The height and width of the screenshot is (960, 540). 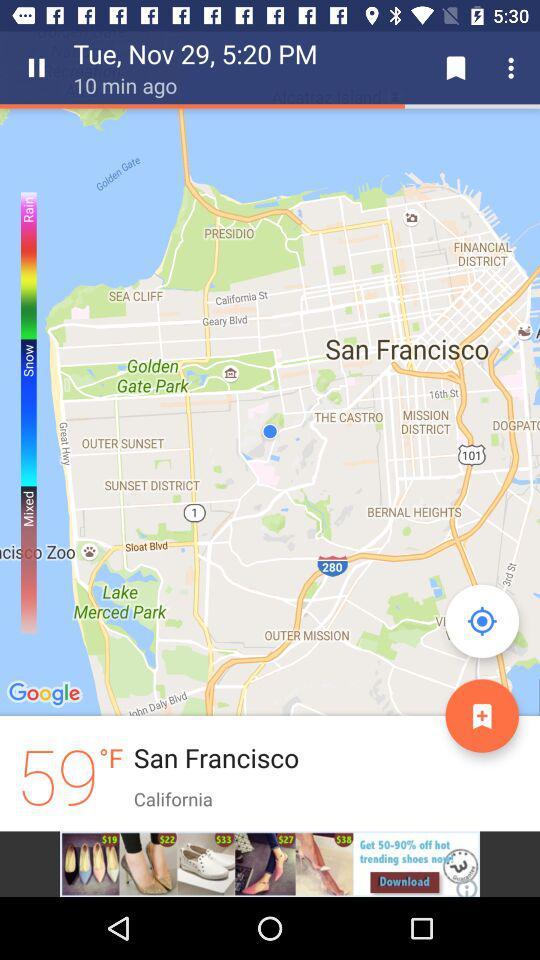 I want to click on the button beside three dotted icon in the page, so click(x=456, y=68).